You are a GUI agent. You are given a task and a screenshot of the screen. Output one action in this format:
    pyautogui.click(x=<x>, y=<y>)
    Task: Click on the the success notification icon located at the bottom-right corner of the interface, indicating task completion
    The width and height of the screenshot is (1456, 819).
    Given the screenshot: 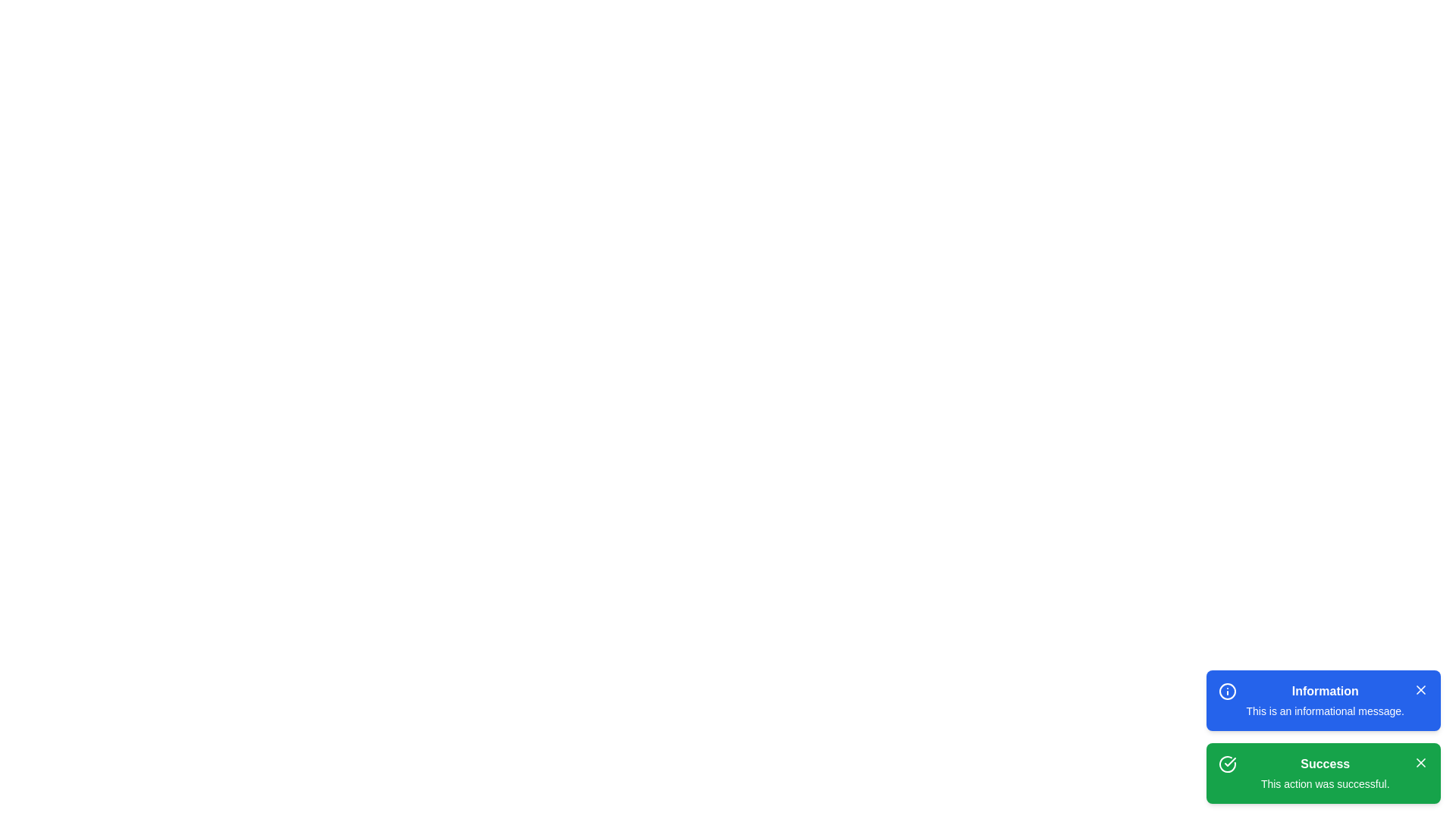 What is the action you would take?
    pyautogui.click(x=1230, y=762)
    